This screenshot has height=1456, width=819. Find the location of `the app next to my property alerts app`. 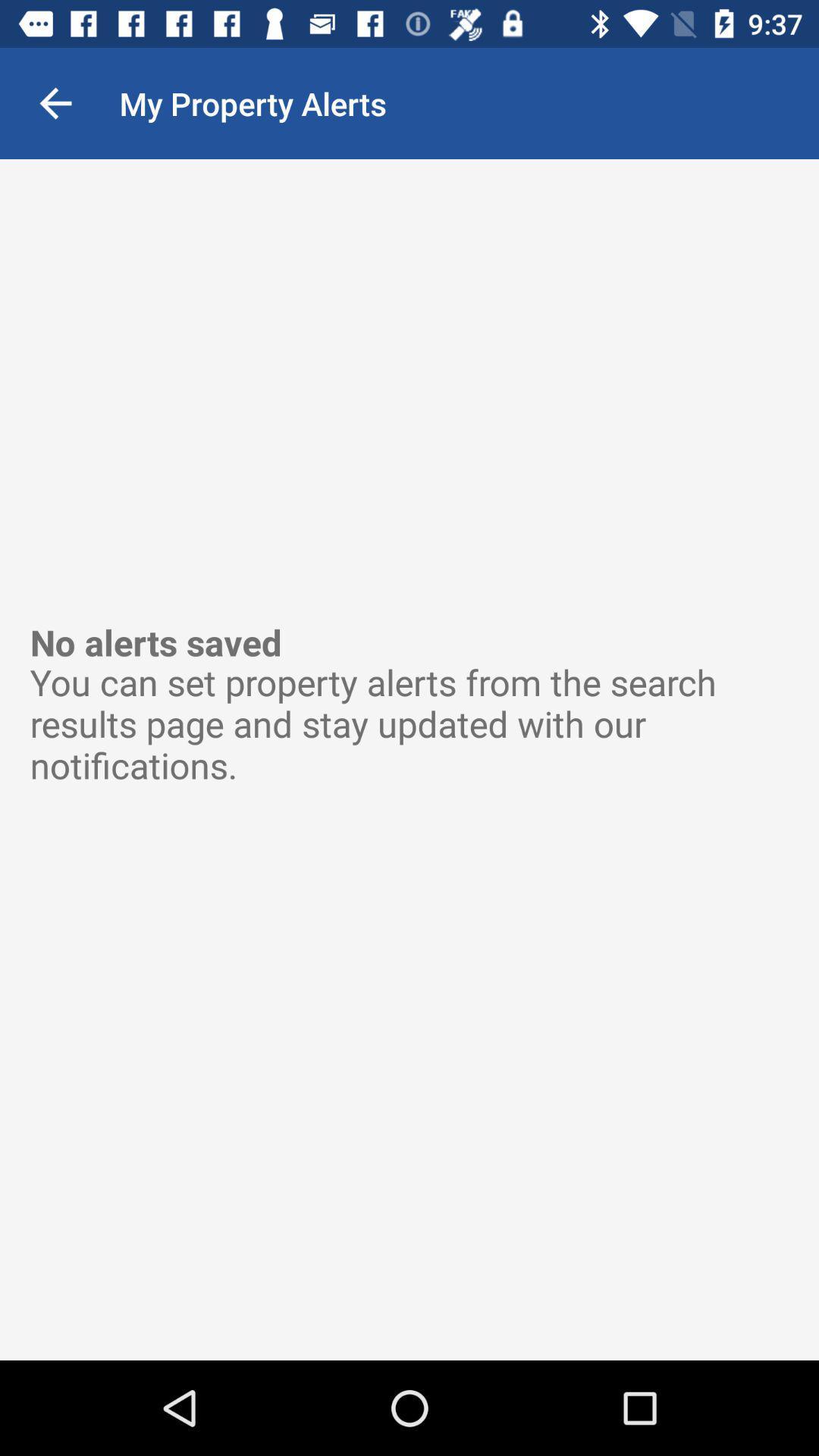

the app next to my property alerts app is located at coordinates (55, 102).